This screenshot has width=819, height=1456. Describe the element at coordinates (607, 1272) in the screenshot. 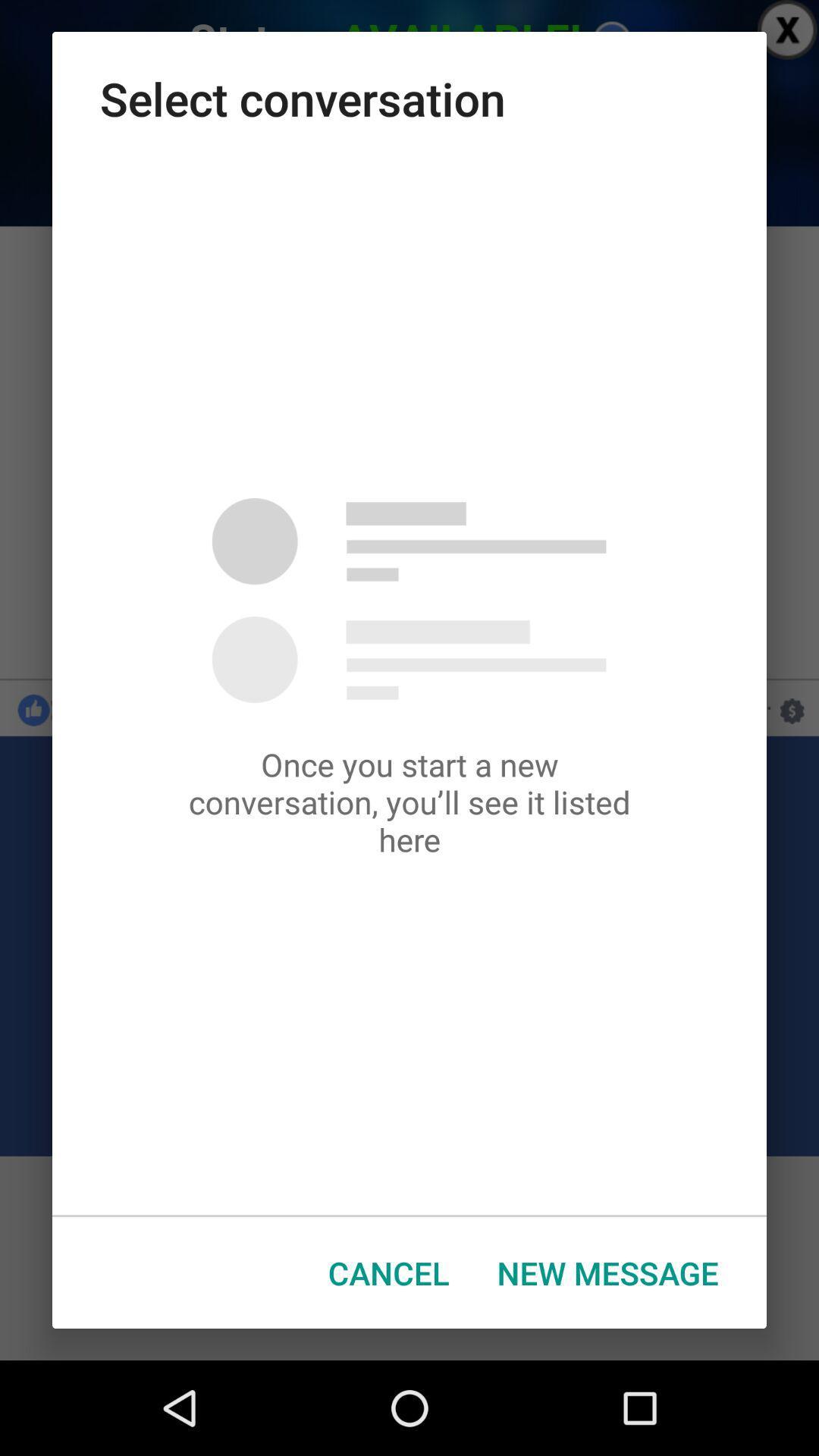

I see `new message item` at that location.